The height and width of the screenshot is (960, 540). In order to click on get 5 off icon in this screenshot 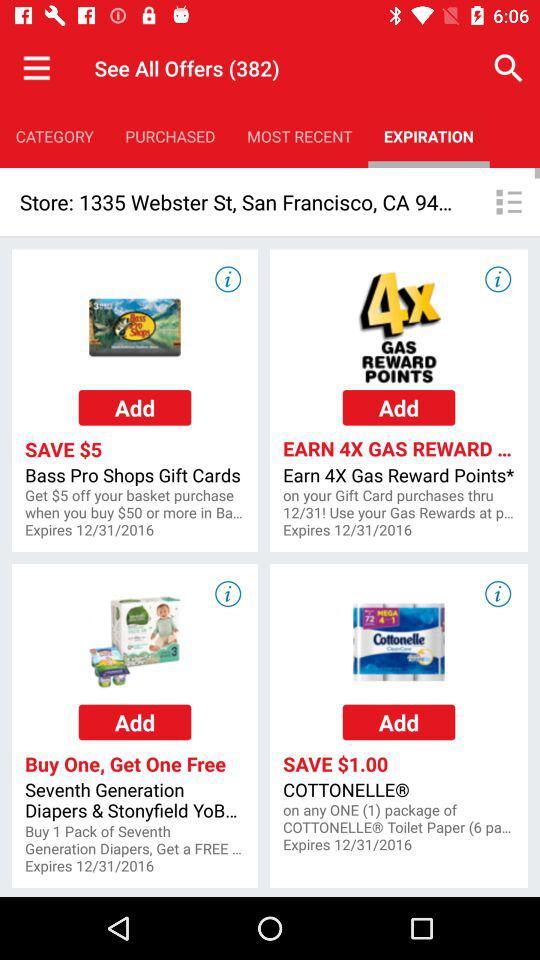, I will do `click(135, 503)`.